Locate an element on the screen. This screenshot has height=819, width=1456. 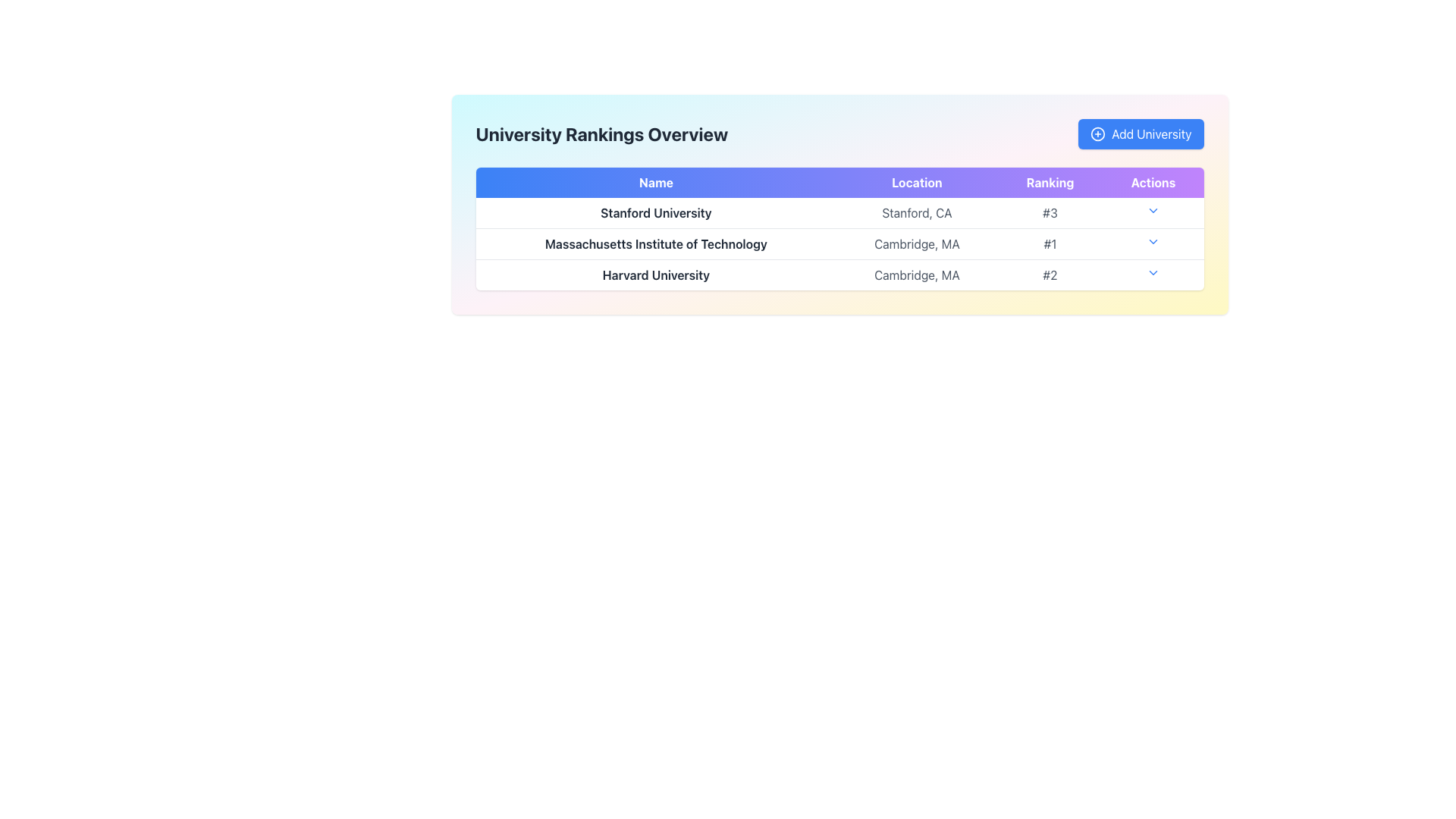
the button to add a university, located to the right of 'University Rankings Overview', to change its color is located at coordinates (1141, 133).